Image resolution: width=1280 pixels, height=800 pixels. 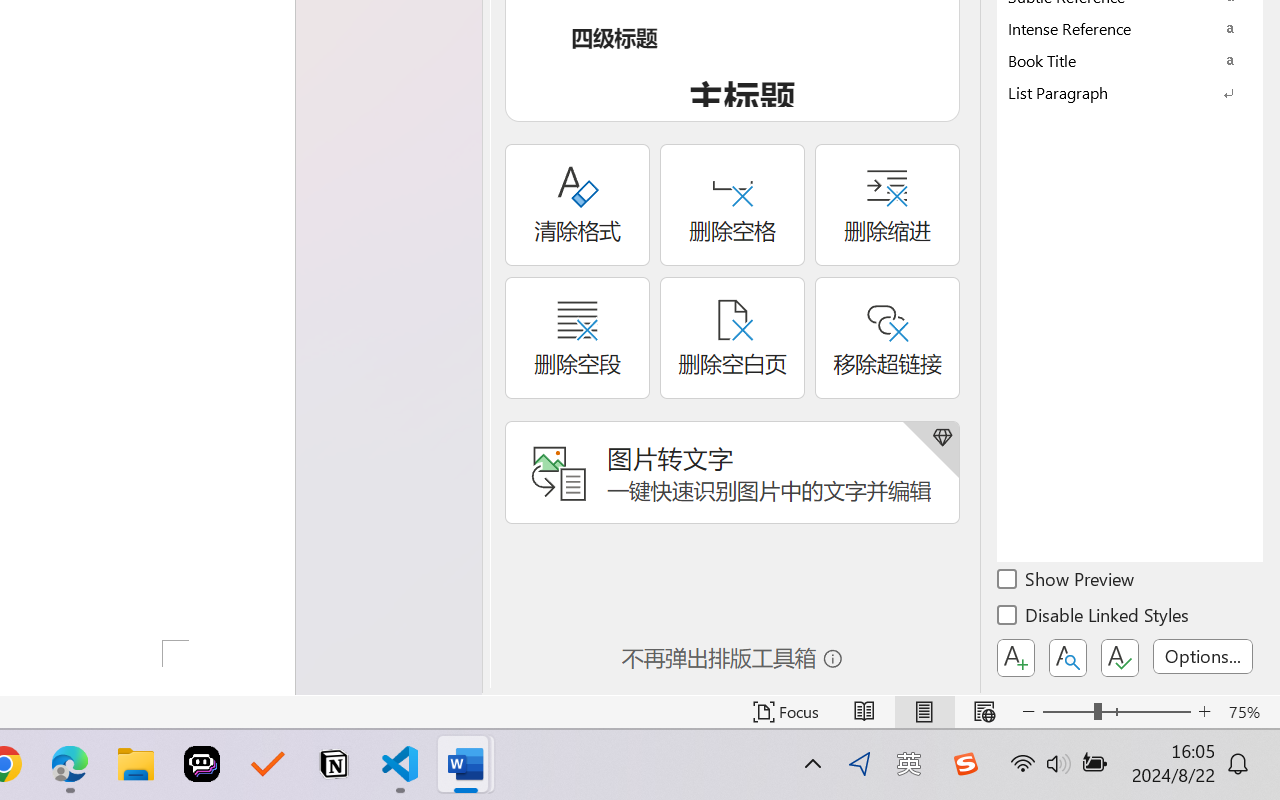 I want to click on 'Options...', so click(x=1202, y=655).